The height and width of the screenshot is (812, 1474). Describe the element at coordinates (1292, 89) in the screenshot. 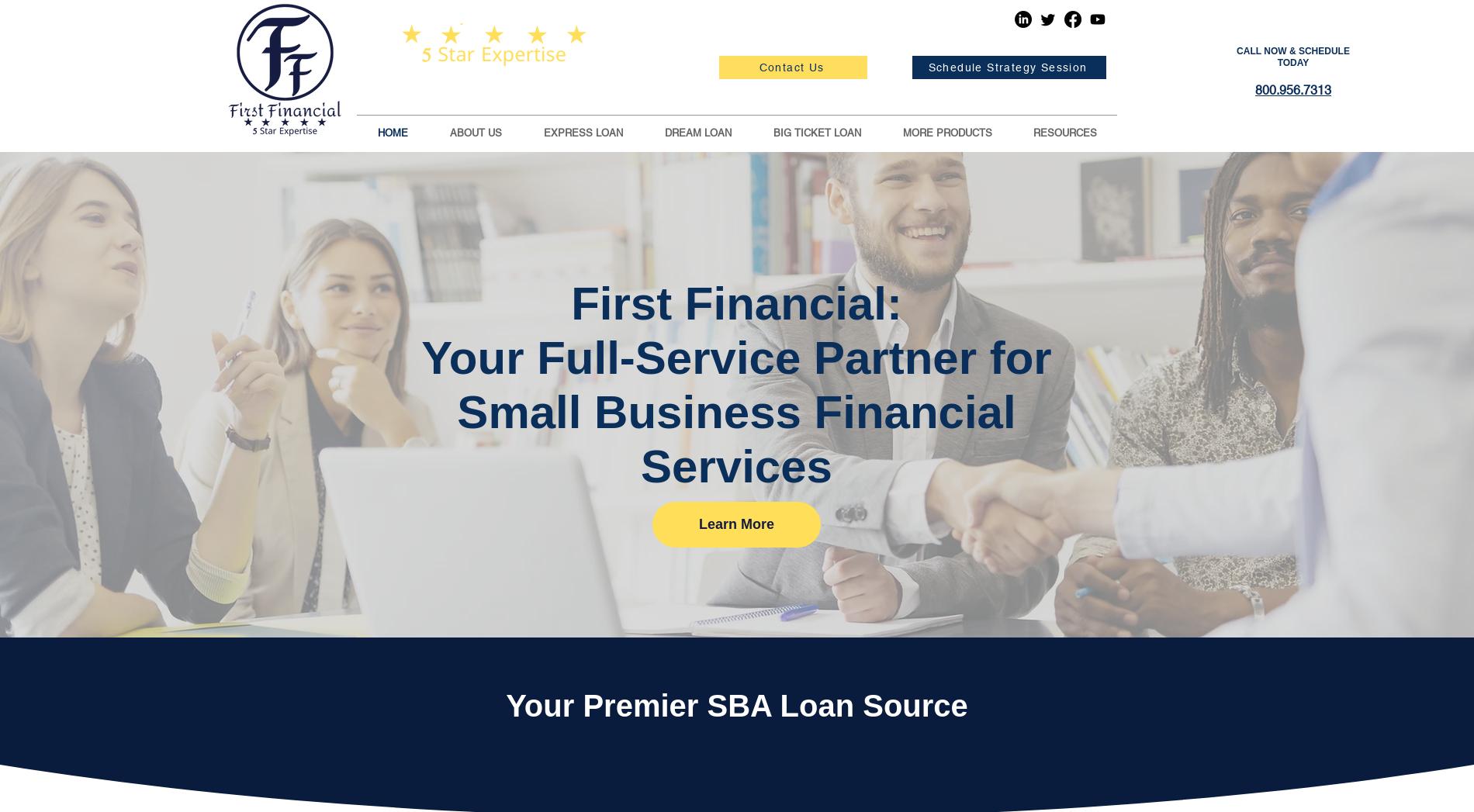

I see `'800.956.7313'` at that location.